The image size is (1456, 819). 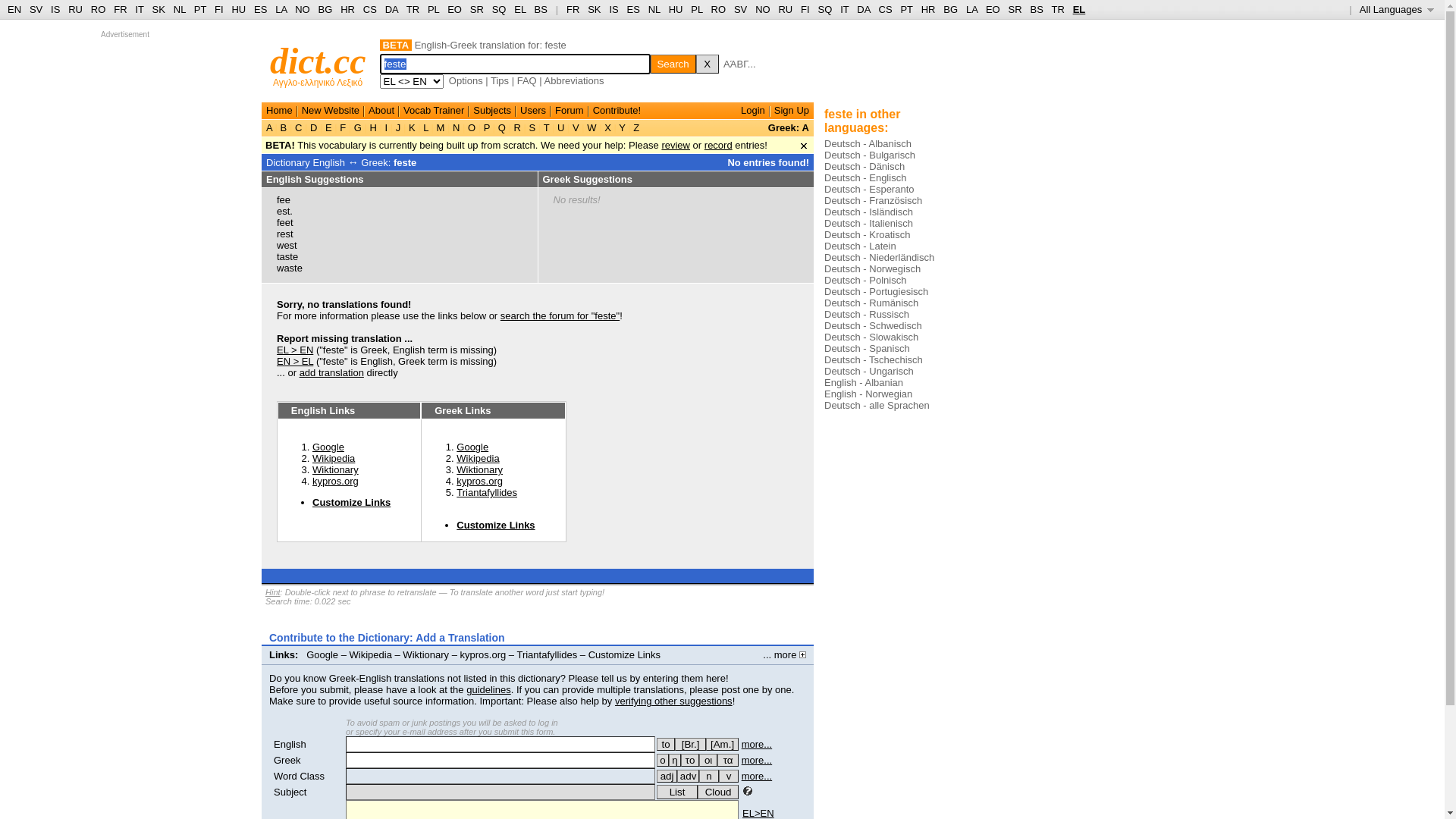 I want to click on 'C', so click(x=298, y=127).